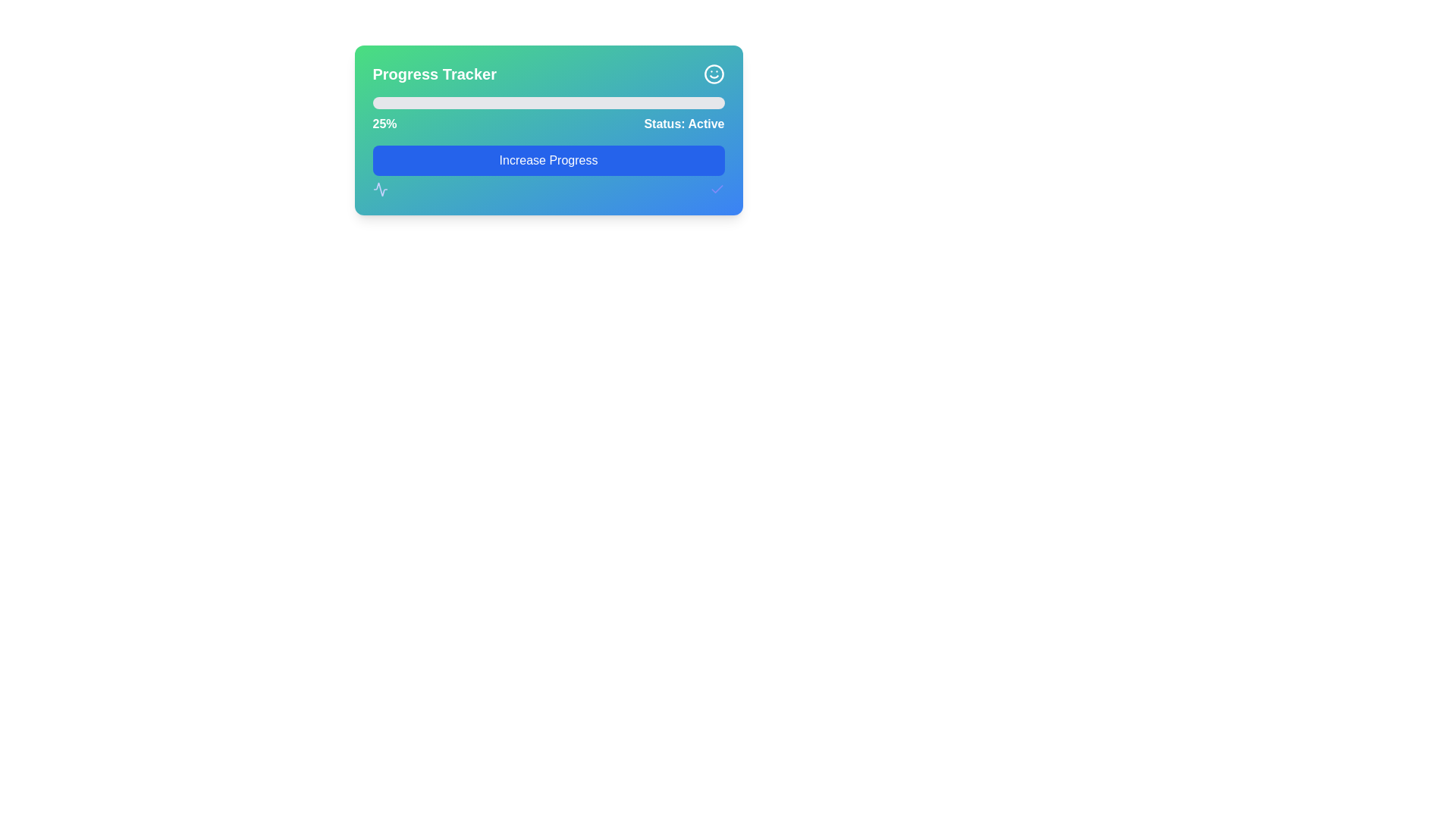 Image resolution: width=1456 pixels, height=819 pixels. I want to click on the visual updates of the Progress bar located centrally below the title 'Progress Tracker', adjacent to '25%' on the left and 'Status: Active' on the right, so click(548, 102).